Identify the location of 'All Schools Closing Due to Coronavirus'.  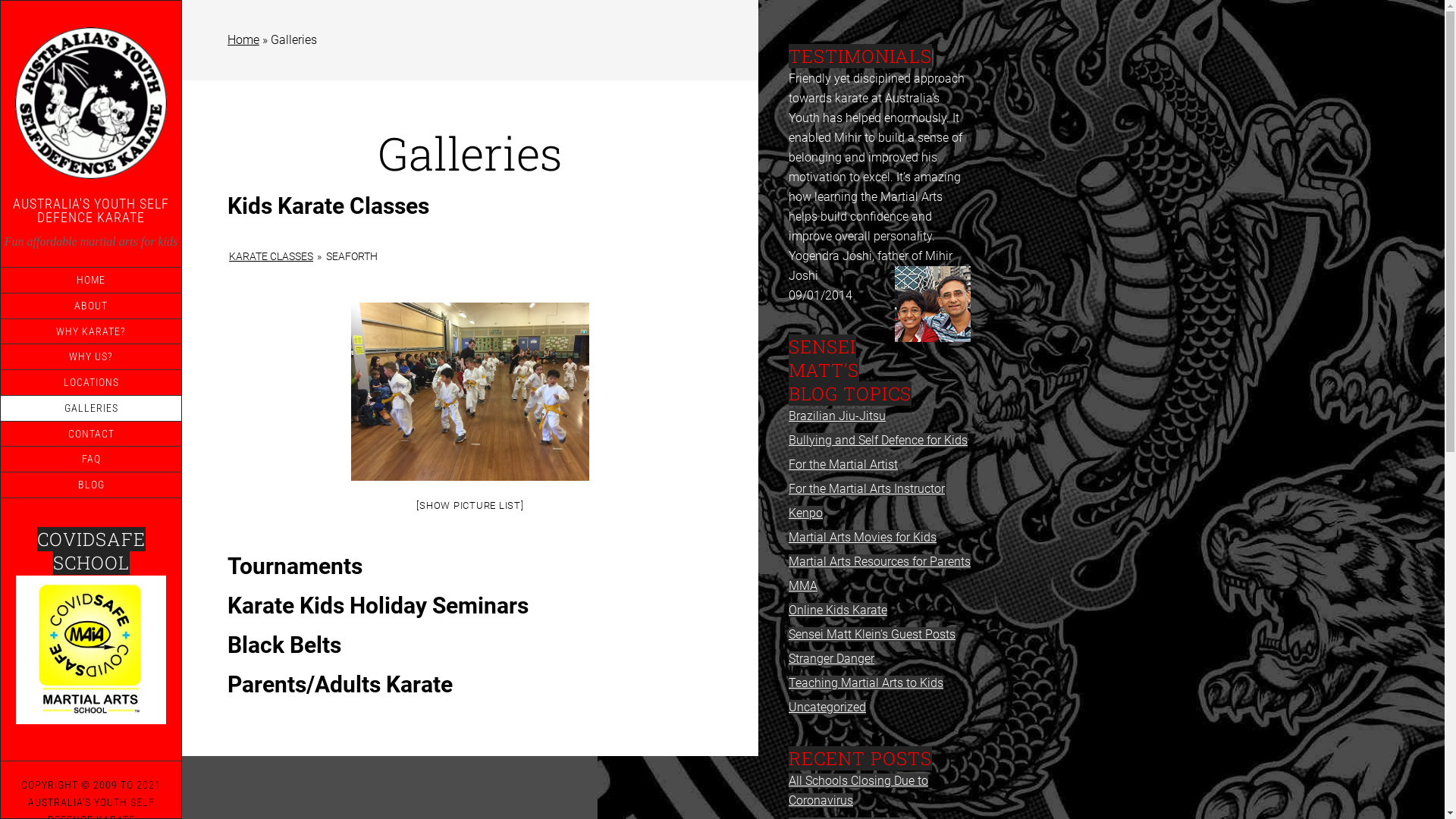
(858, 789).